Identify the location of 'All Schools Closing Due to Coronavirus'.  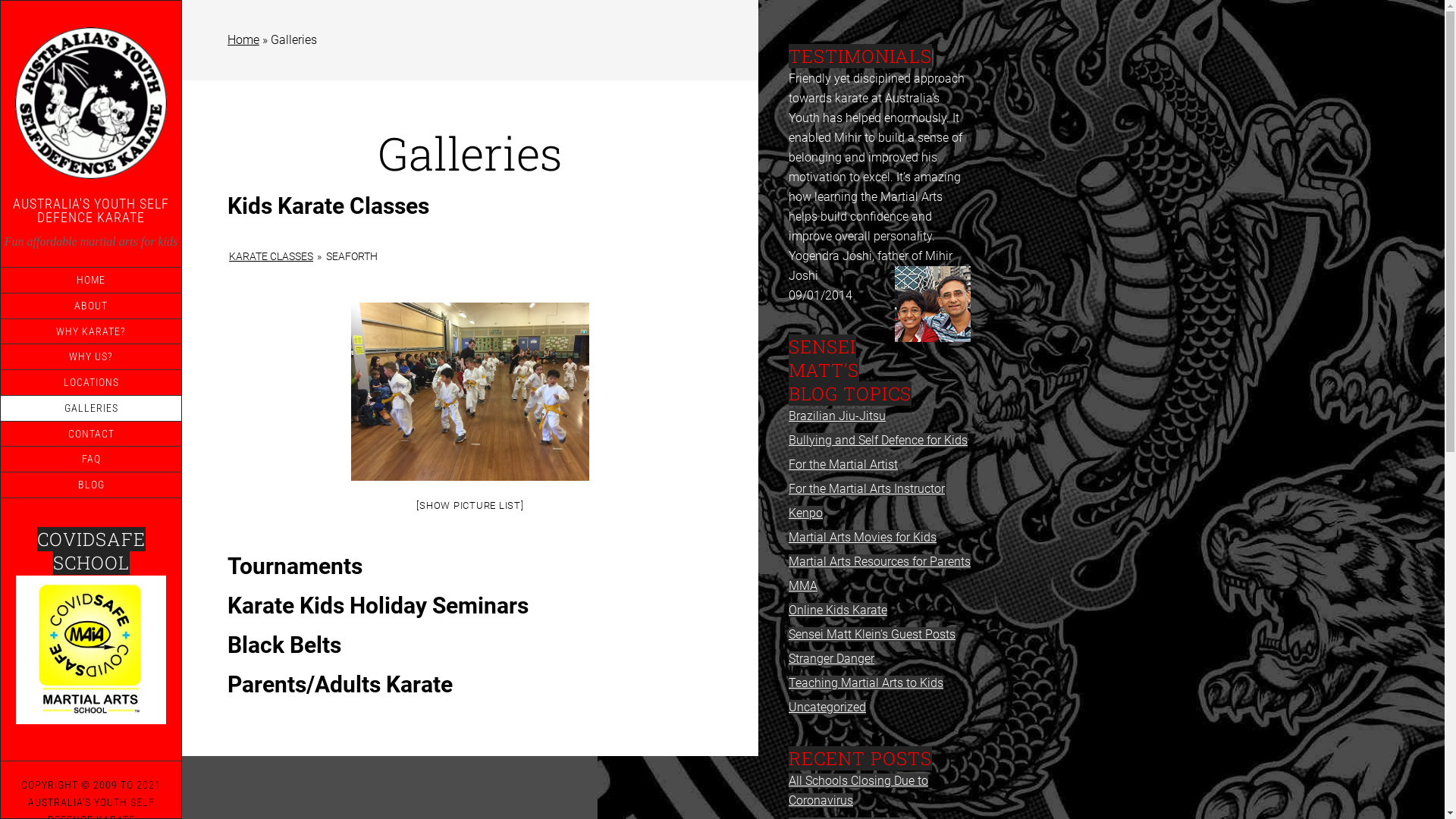
(858, 789).